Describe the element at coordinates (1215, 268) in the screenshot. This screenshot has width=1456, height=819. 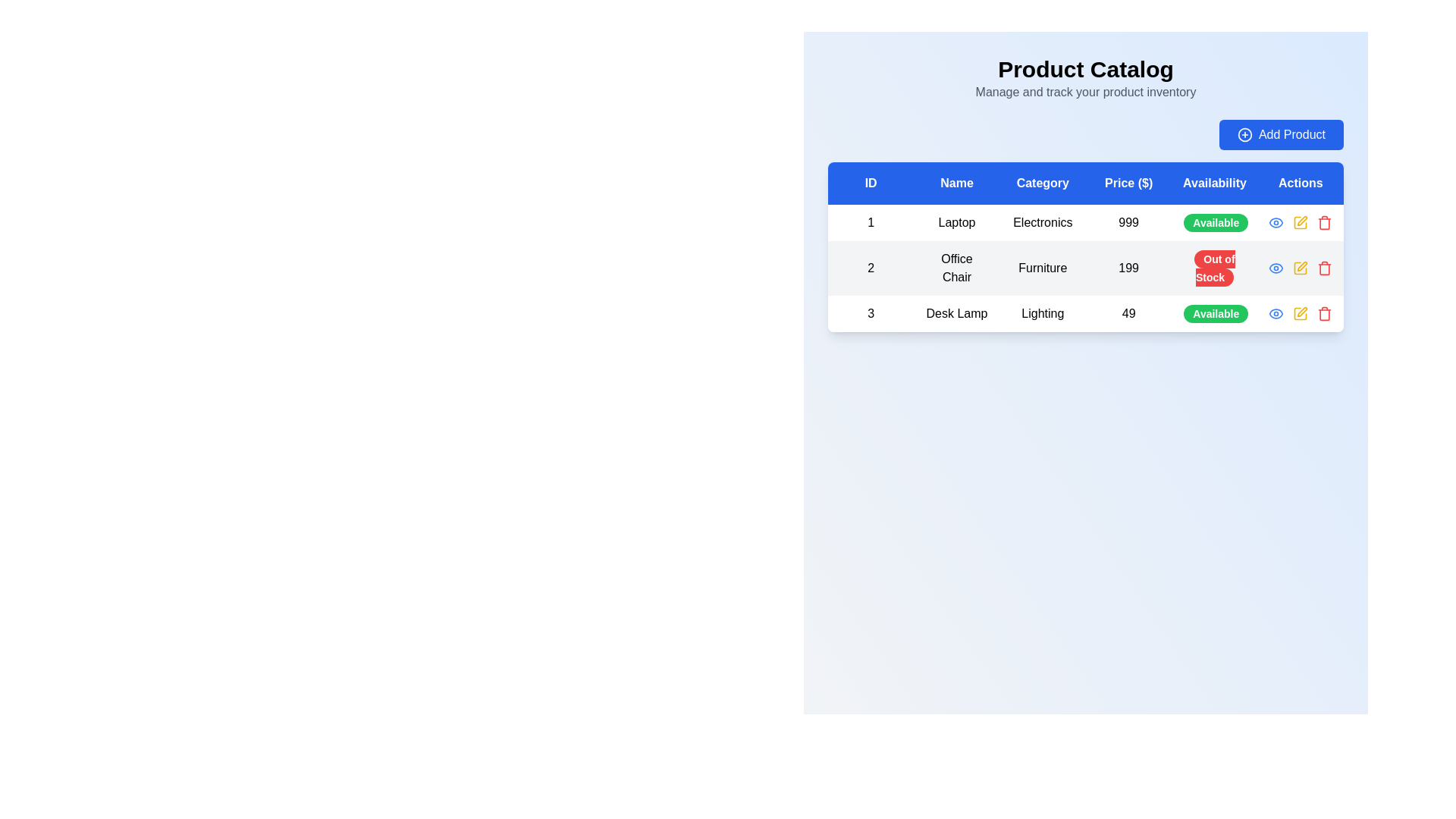
I see `the 'Availability' label indicating 'Out of Stock' status for the 'Office Chair' product located in the product catalog table` at that location.